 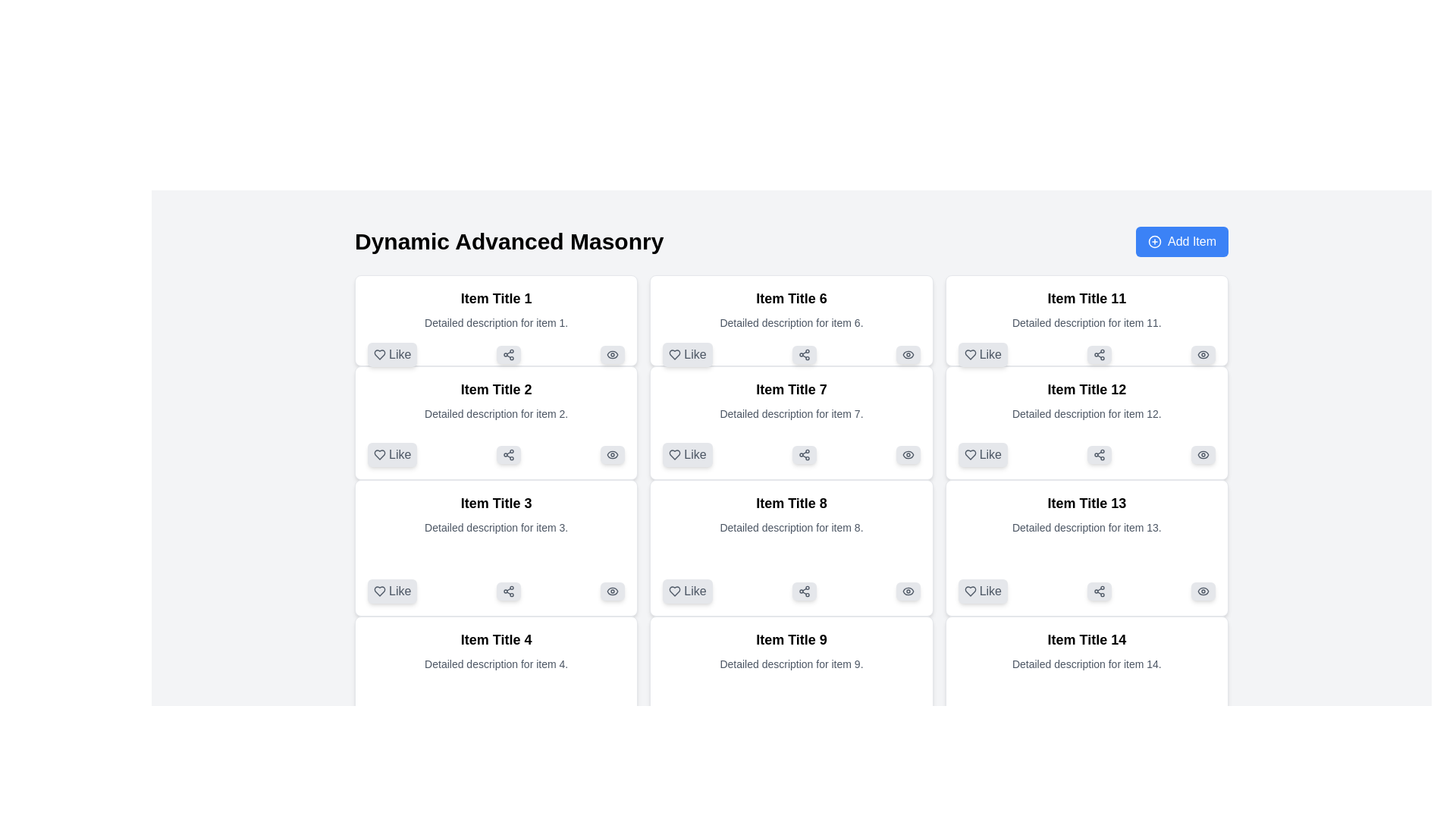 What do you see at coordinates (790, 548) in the screenshot?
I see `the 'Share' button located at the bottom of the Card component titled 'Item Title 8'` at bounding box center [790, 548].